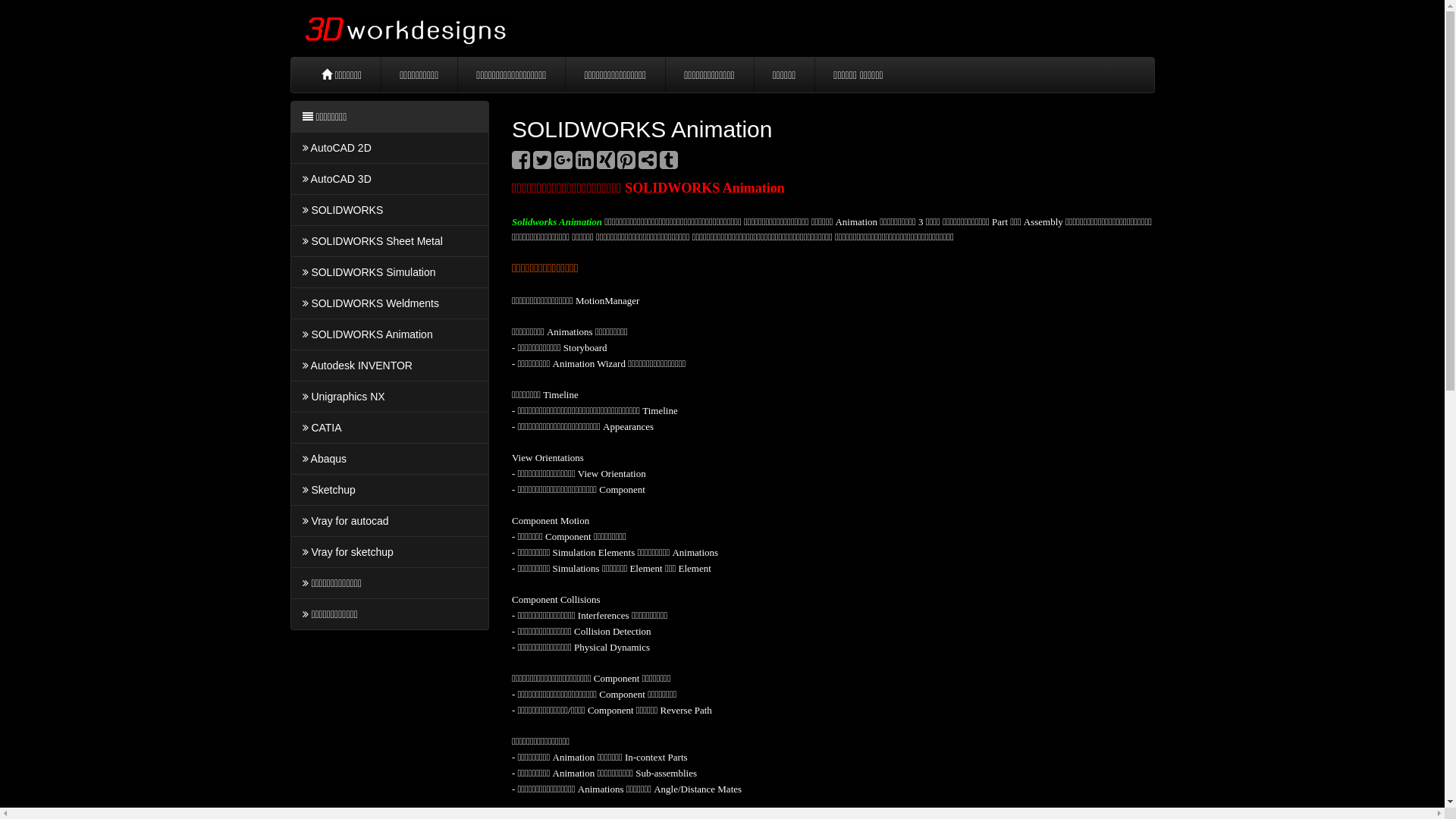  Describe the element at coordinates (389, 148) in the screenshot. I see `'AutoCAD 2D'` at that location.